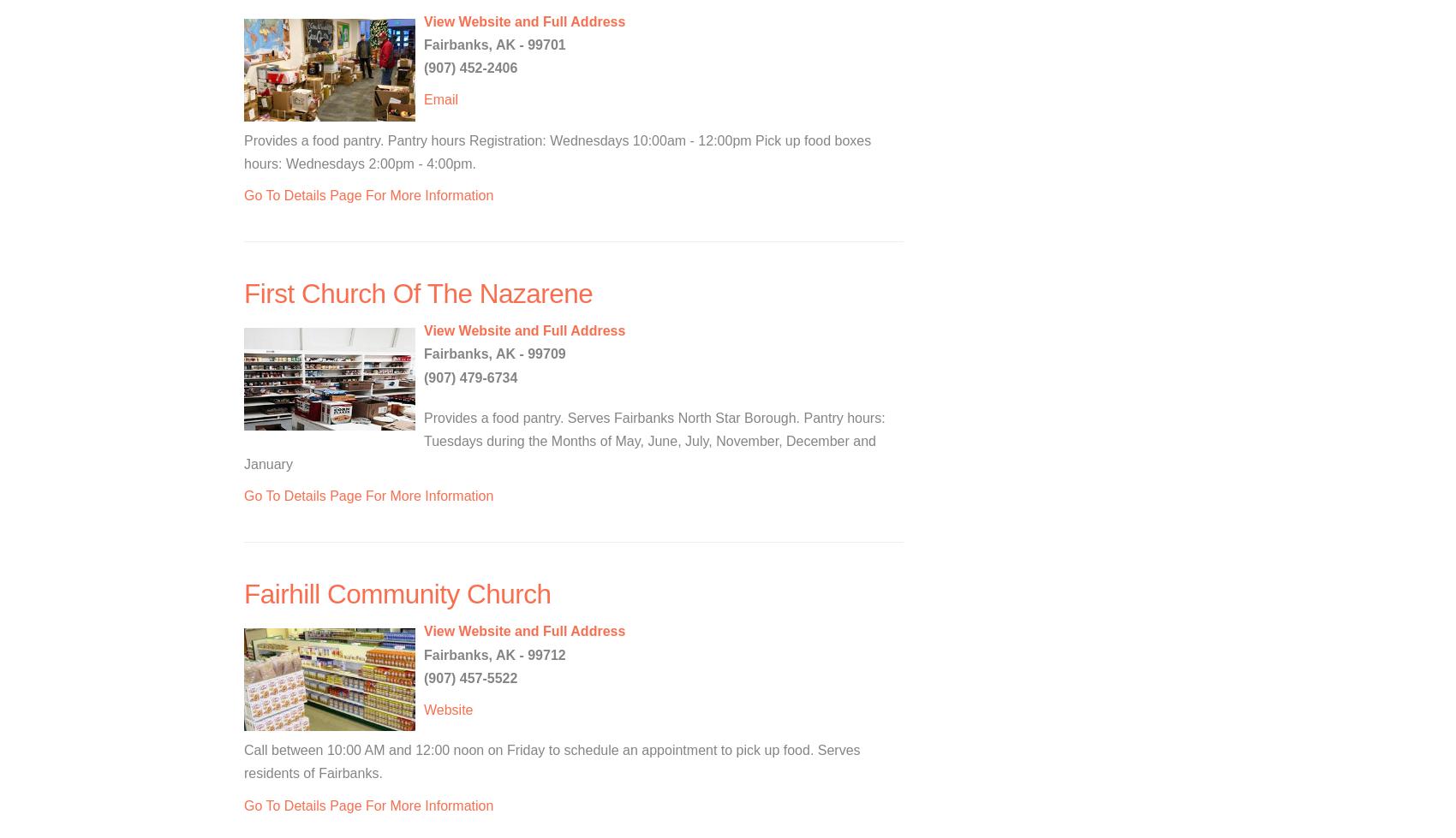 This screenshot has width=1456, height=838. What do you see at coordinates (424, 653) in the screenshot?
I see `'Fairbanks, AK - 99712'` at bounding box center [424, 653].